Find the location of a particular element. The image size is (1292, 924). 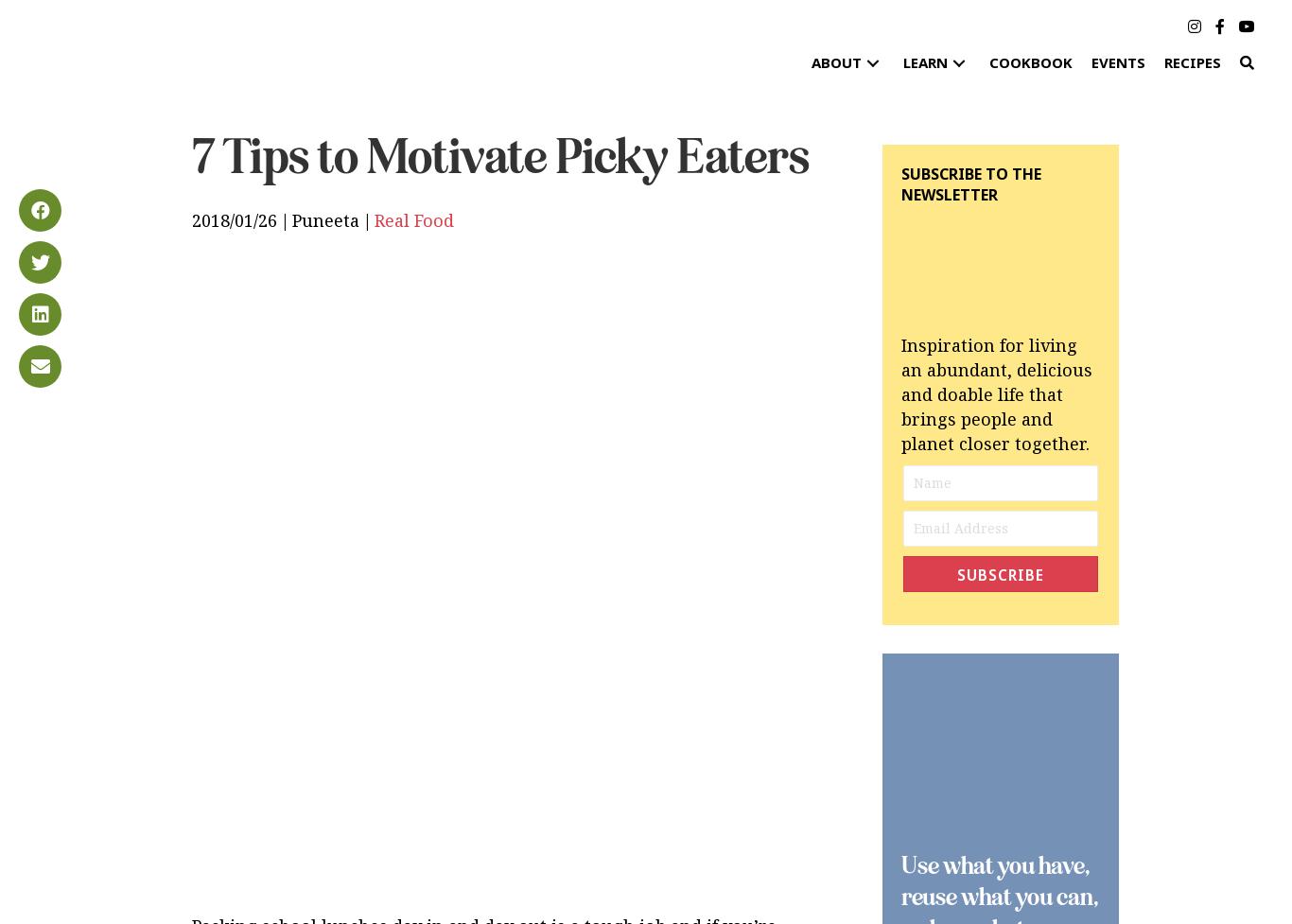

'2018/01/26' is located at coordinates (235, 218).